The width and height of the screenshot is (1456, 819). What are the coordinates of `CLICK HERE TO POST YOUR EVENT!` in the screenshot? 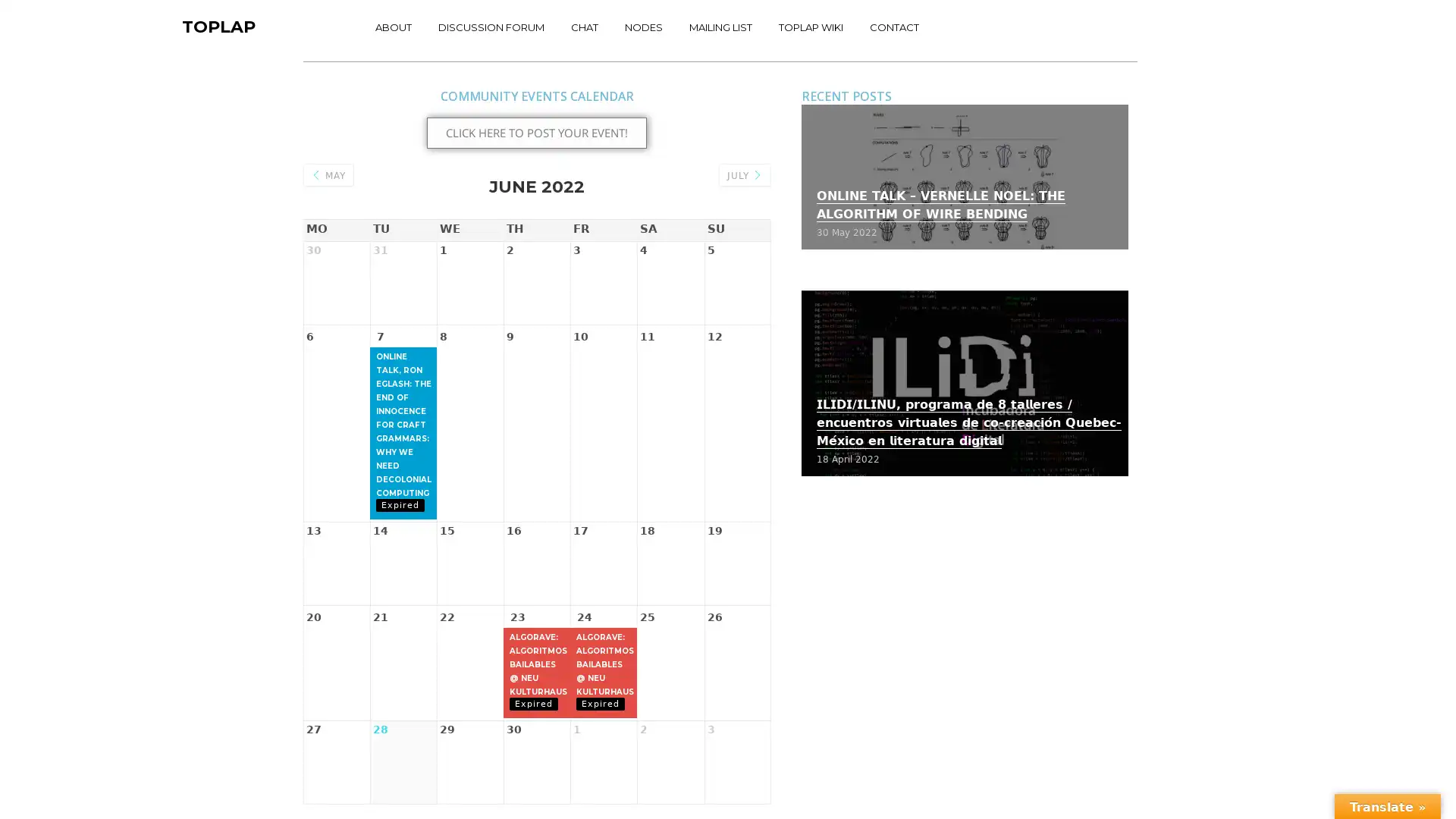 It's located at (537, 132).